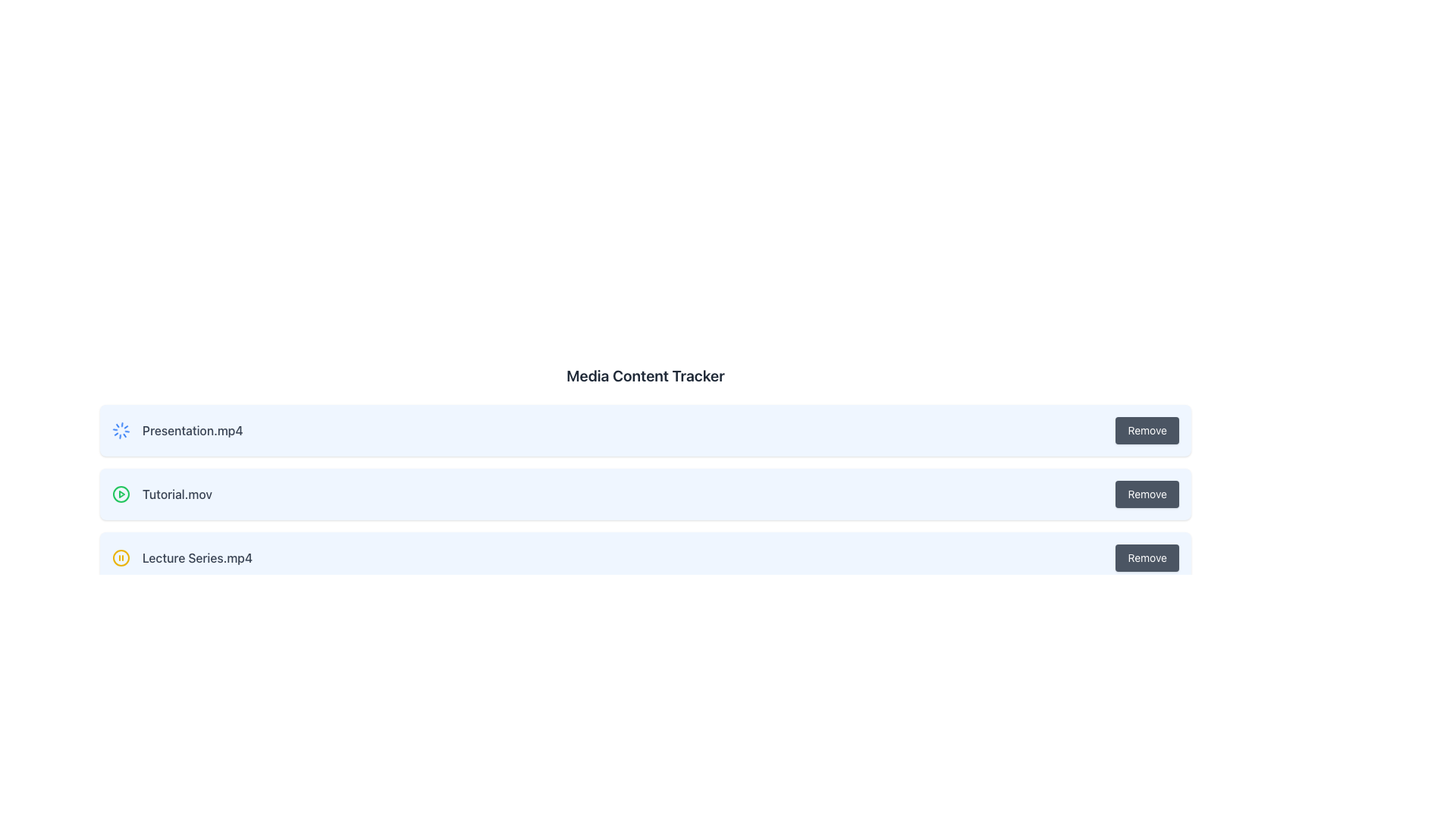 The width and height of the screenshot is (1456, 819). Describe the element at coordinates (1147, 430) in the screenshot. I see `the 'Remove' button with a dark gray background and white text to observe any hover effect` at that location.